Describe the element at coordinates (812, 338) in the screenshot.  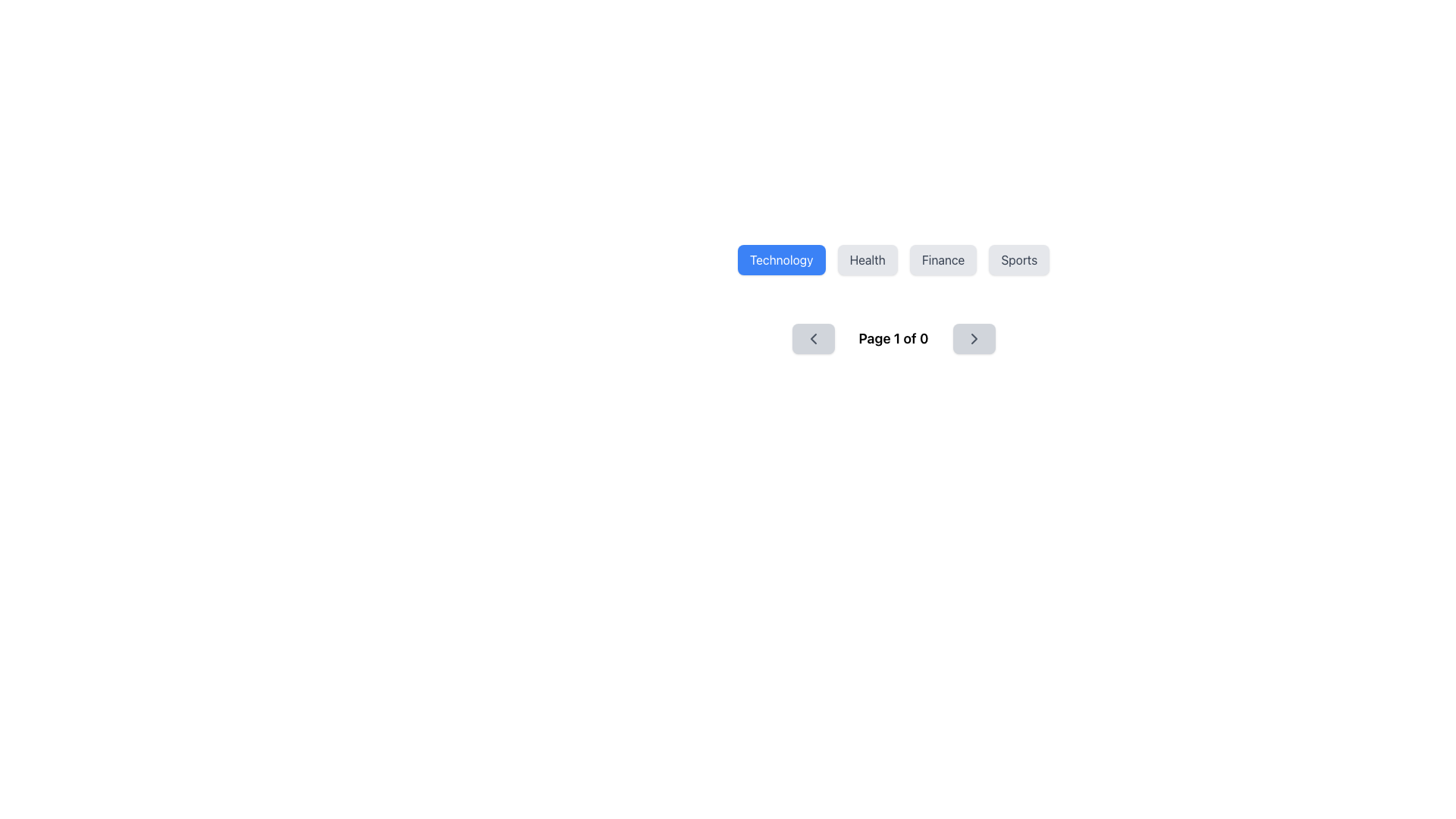
I see `the gray button with a left-pointing chevron` at that location.